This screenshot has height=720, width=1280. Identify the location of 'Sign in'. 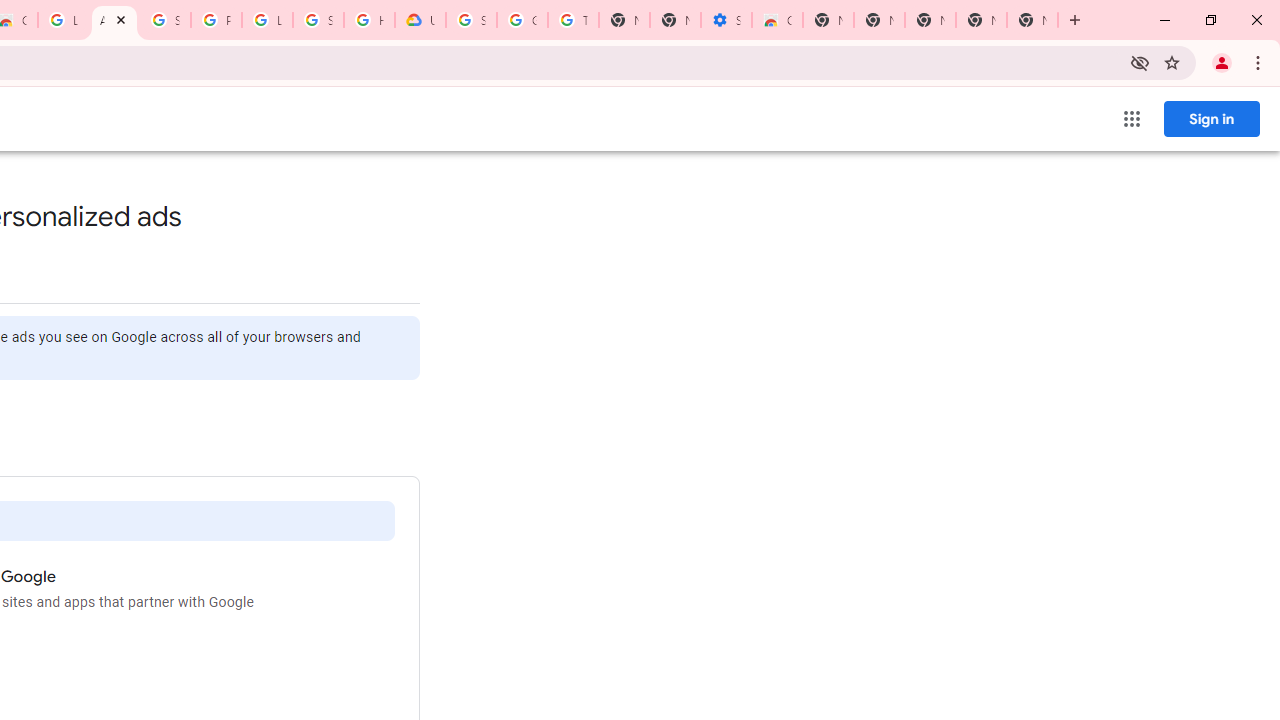
(1210, 118).